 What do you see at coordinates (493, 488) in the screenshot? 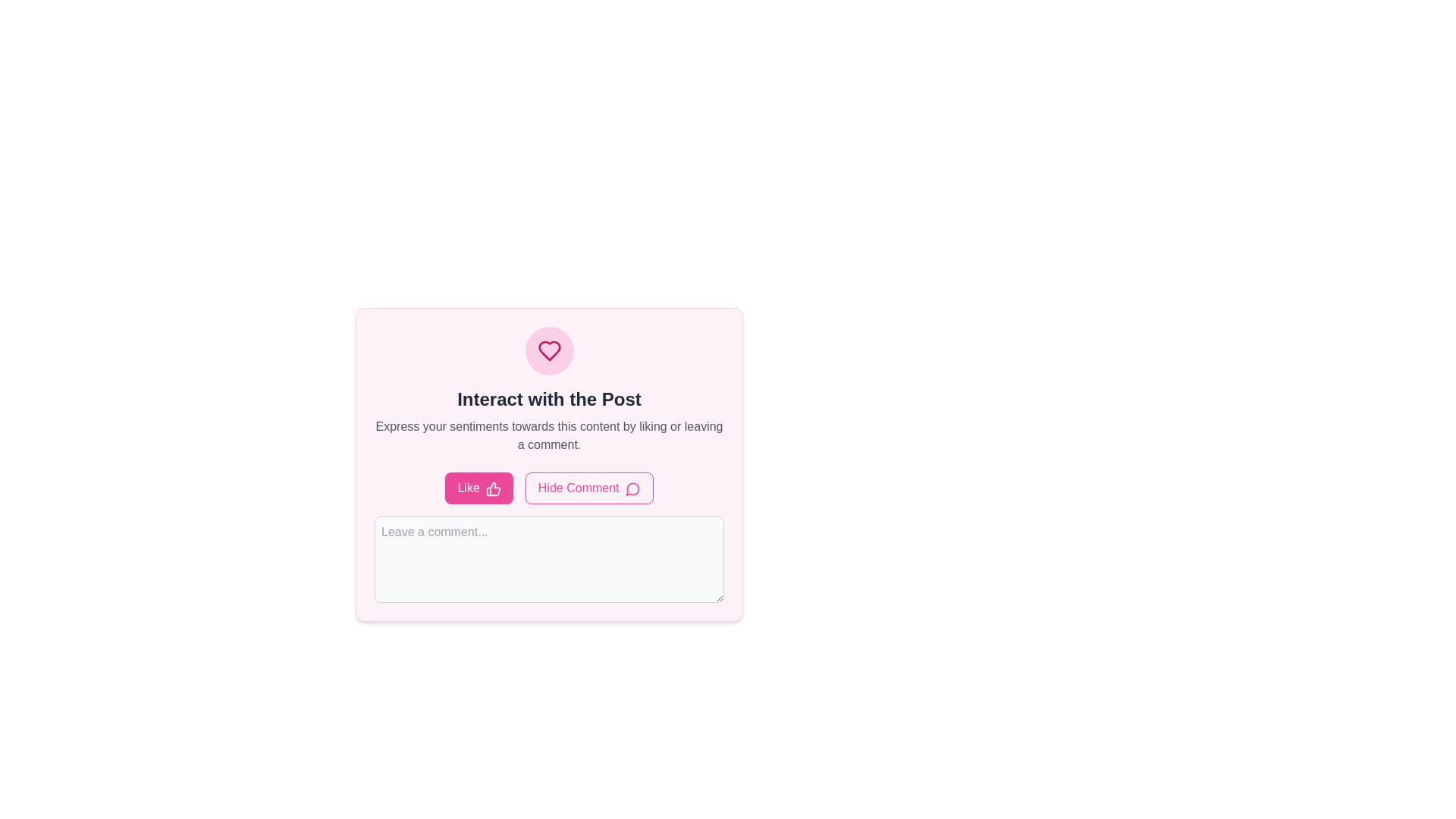
I see `the thumbs-up icon, which is a pink-colored hand outline representing positive affirmation, located to the right of the 'Like' button` at bounding box center [493, 488].